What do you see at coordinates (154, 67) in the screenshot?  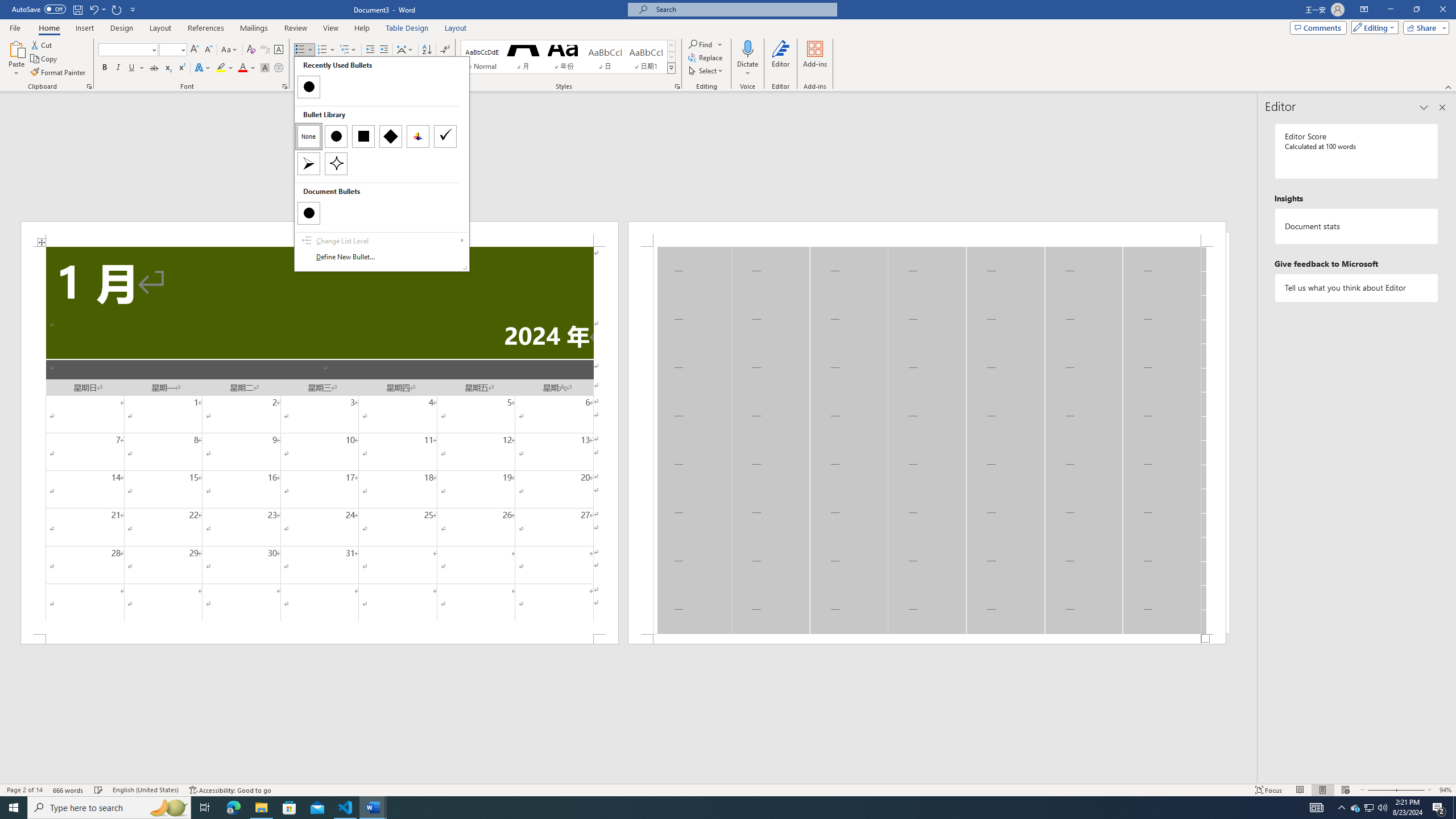 I see `'Strikethrough'` at bounding box center [154, 67].